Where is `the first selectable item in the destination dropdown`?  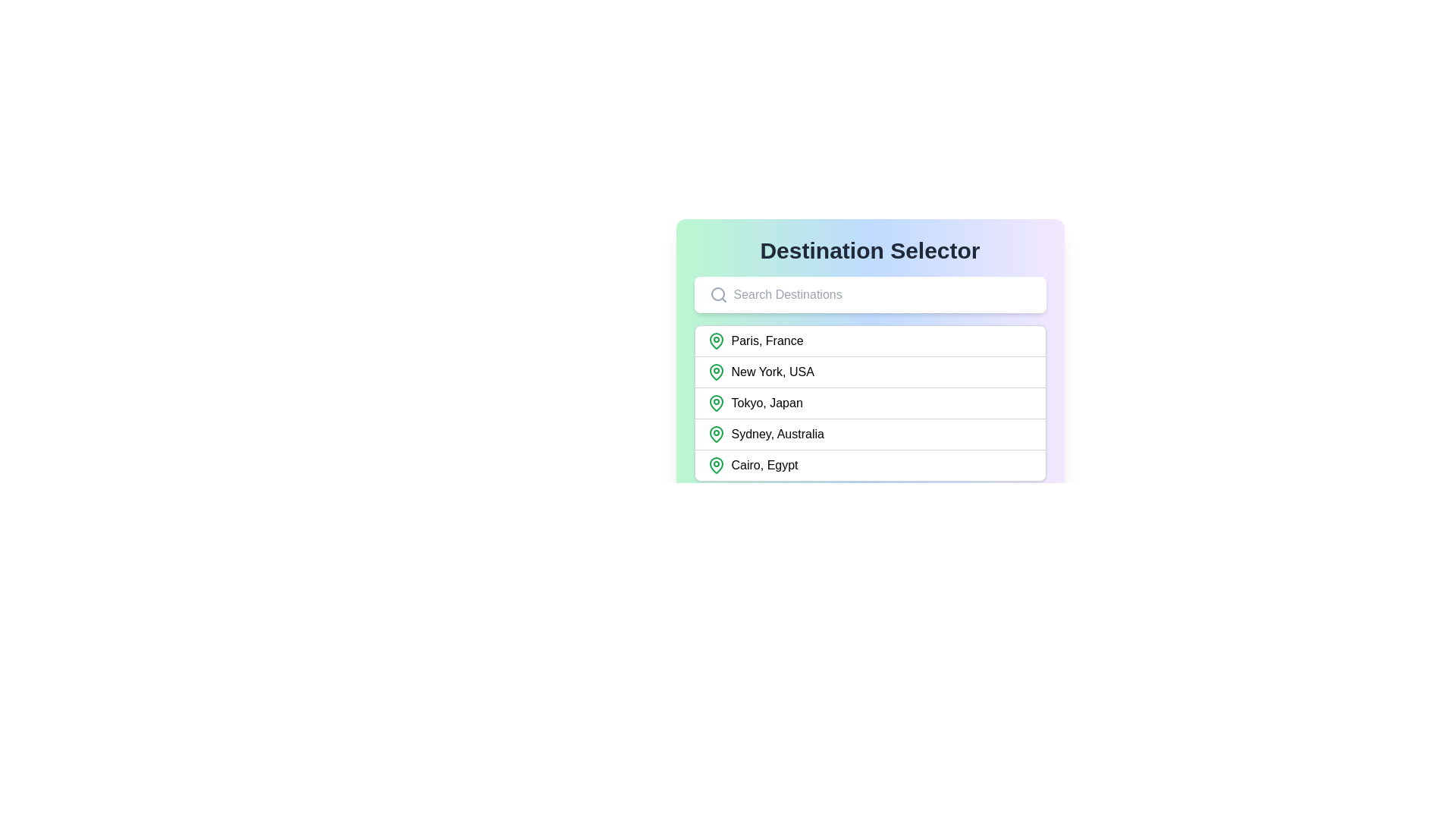 the first selectable item in the destination dropdown is located at coordinates (870, 341).